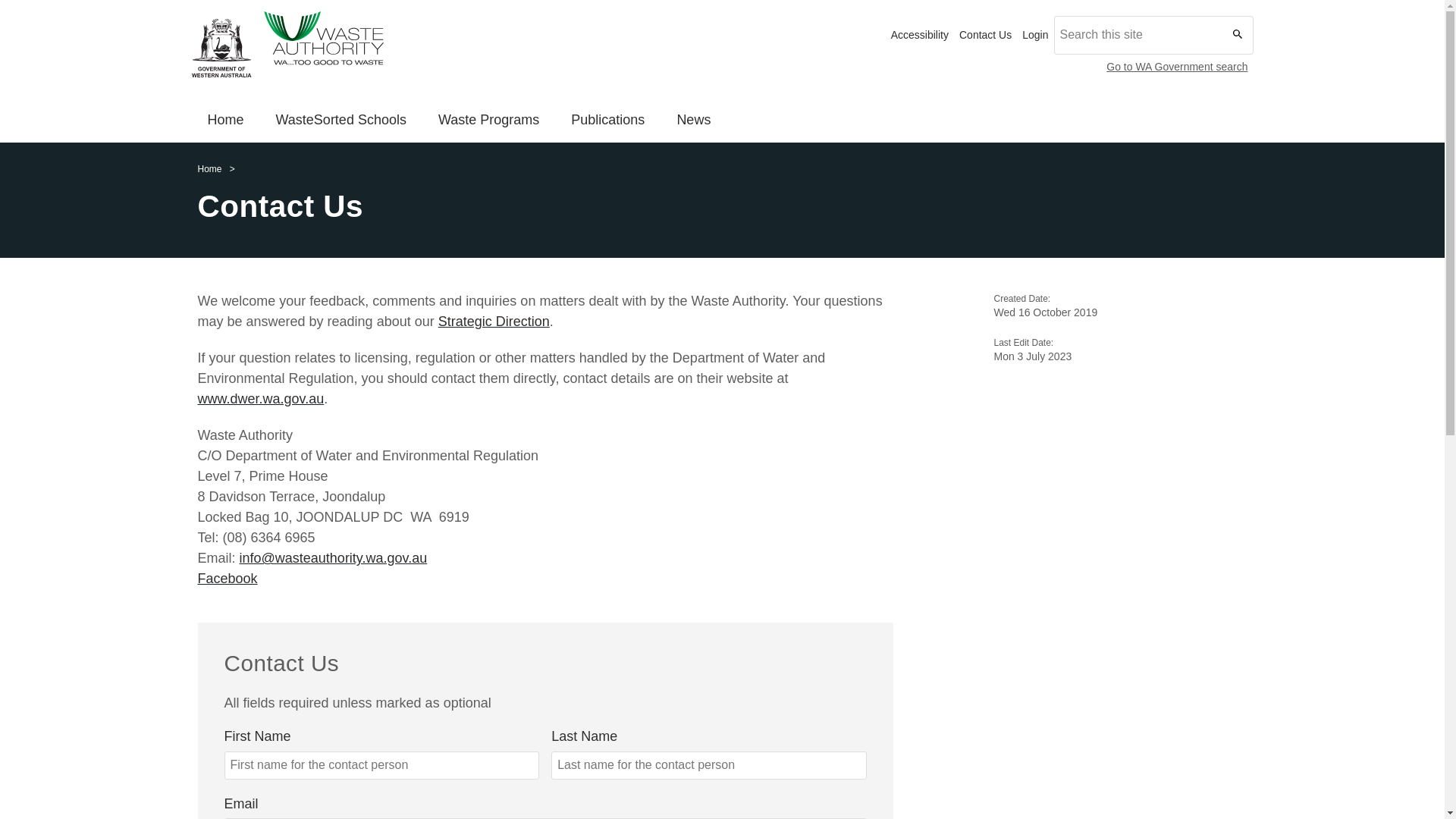  I want to click on 'Publications', so click(607, 121).